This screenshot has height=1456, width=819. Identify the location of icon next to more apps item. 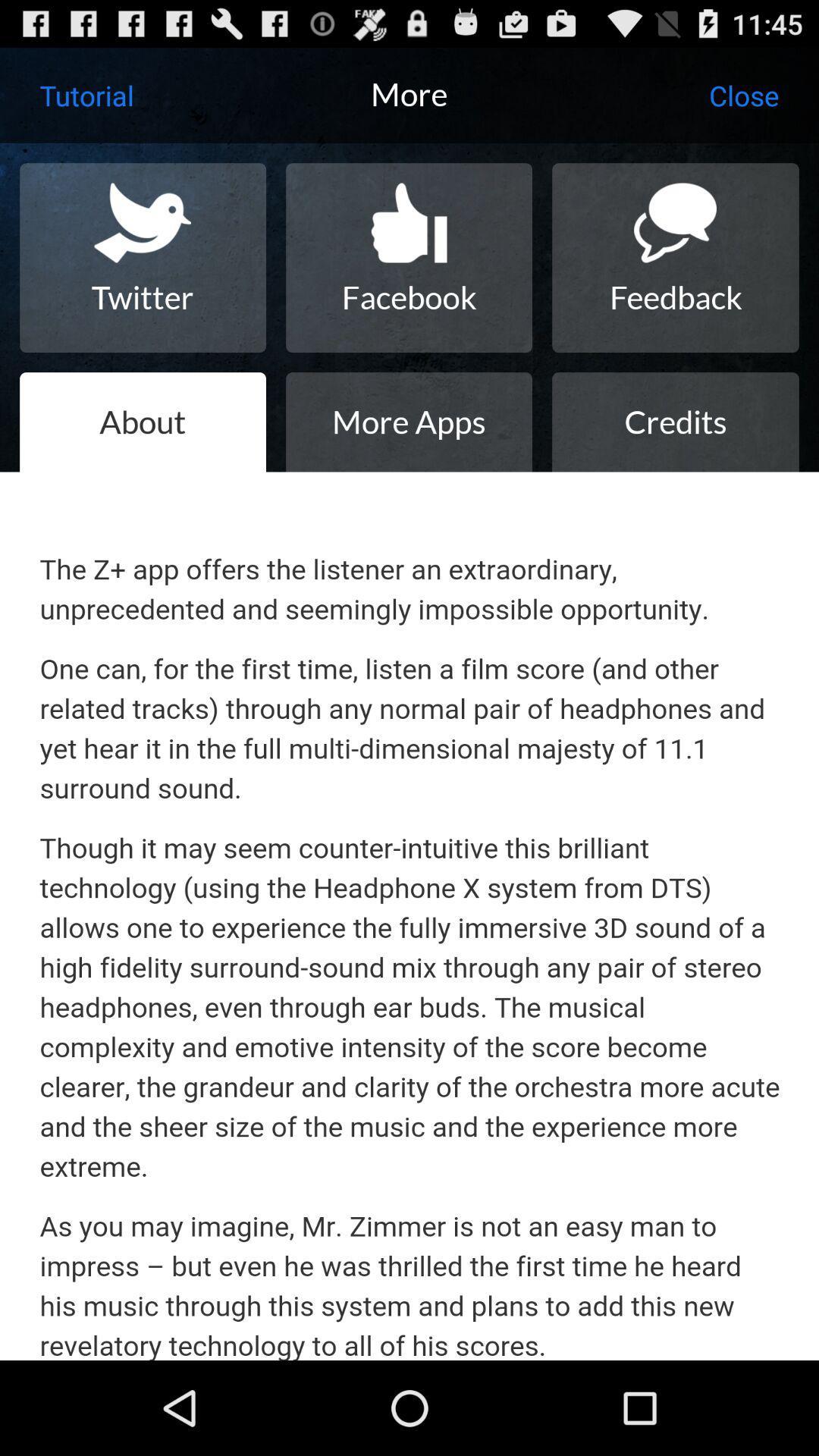
(143, 422).